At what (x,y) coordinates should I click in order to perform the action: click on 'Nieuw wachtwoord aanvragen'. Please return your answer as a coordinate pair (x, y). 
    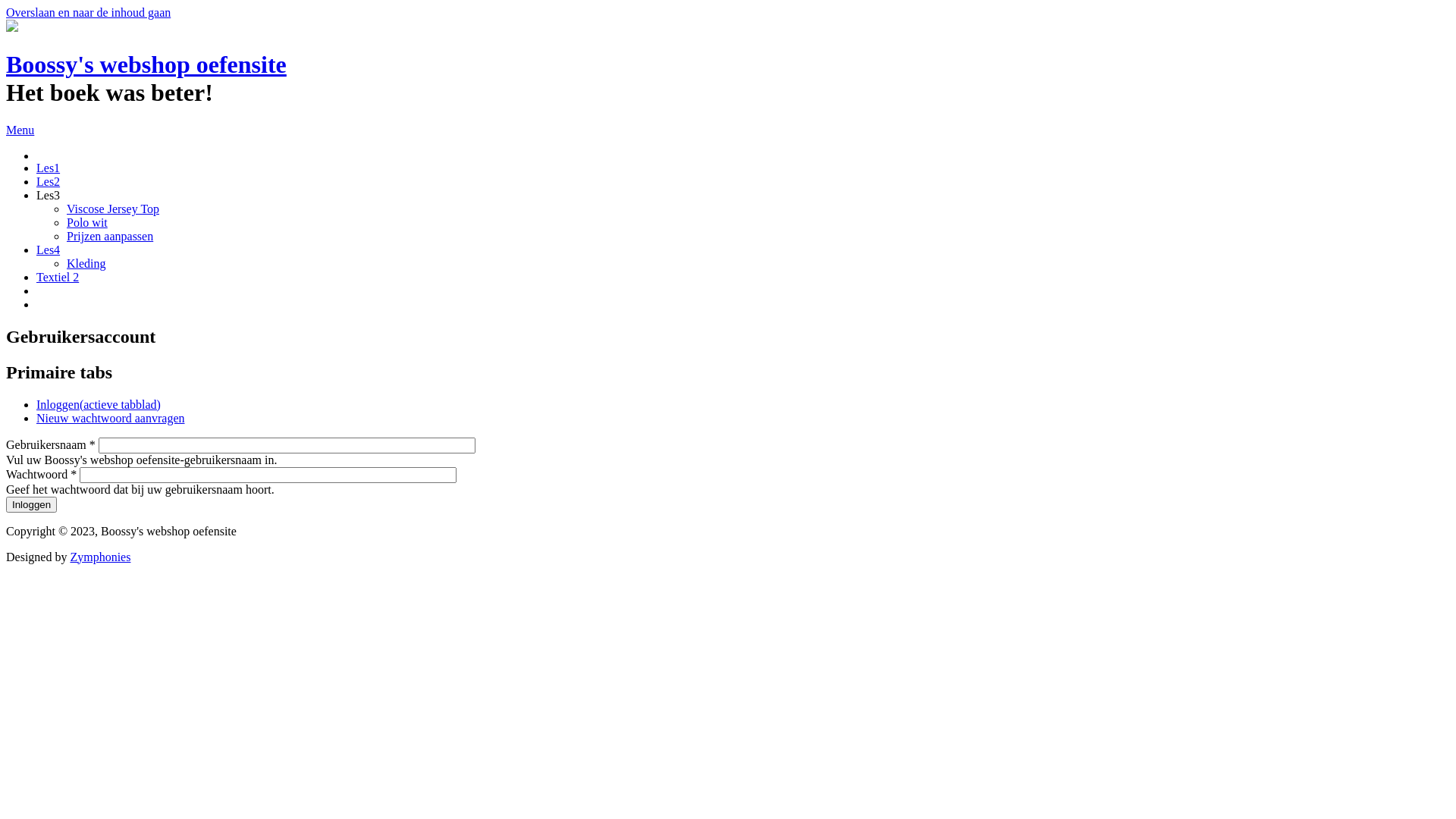
    Looking at the image, I should click on (109, 418).